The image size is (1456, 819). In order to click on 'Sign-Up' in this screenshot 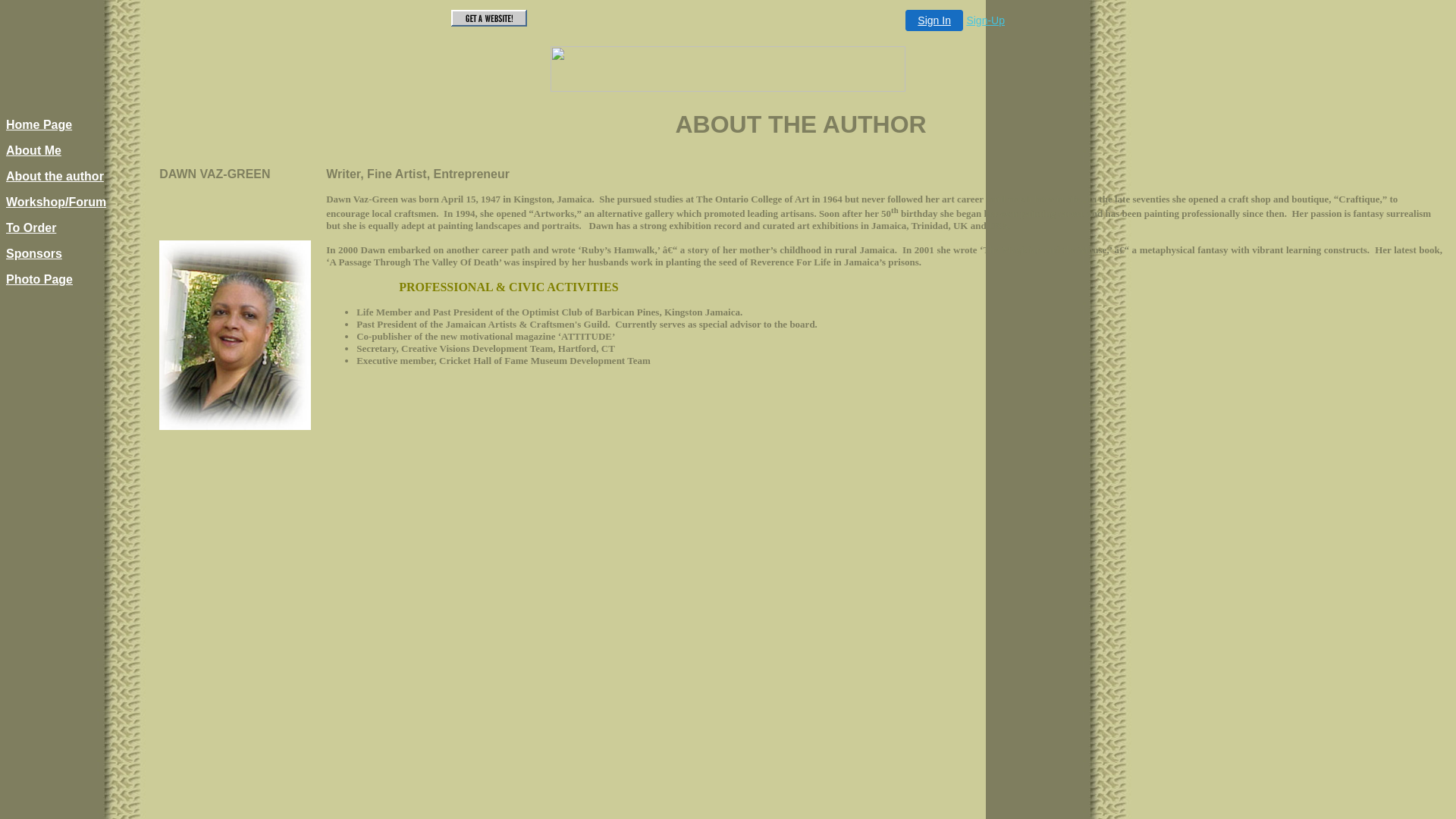, I will do `click(985, 20)`.